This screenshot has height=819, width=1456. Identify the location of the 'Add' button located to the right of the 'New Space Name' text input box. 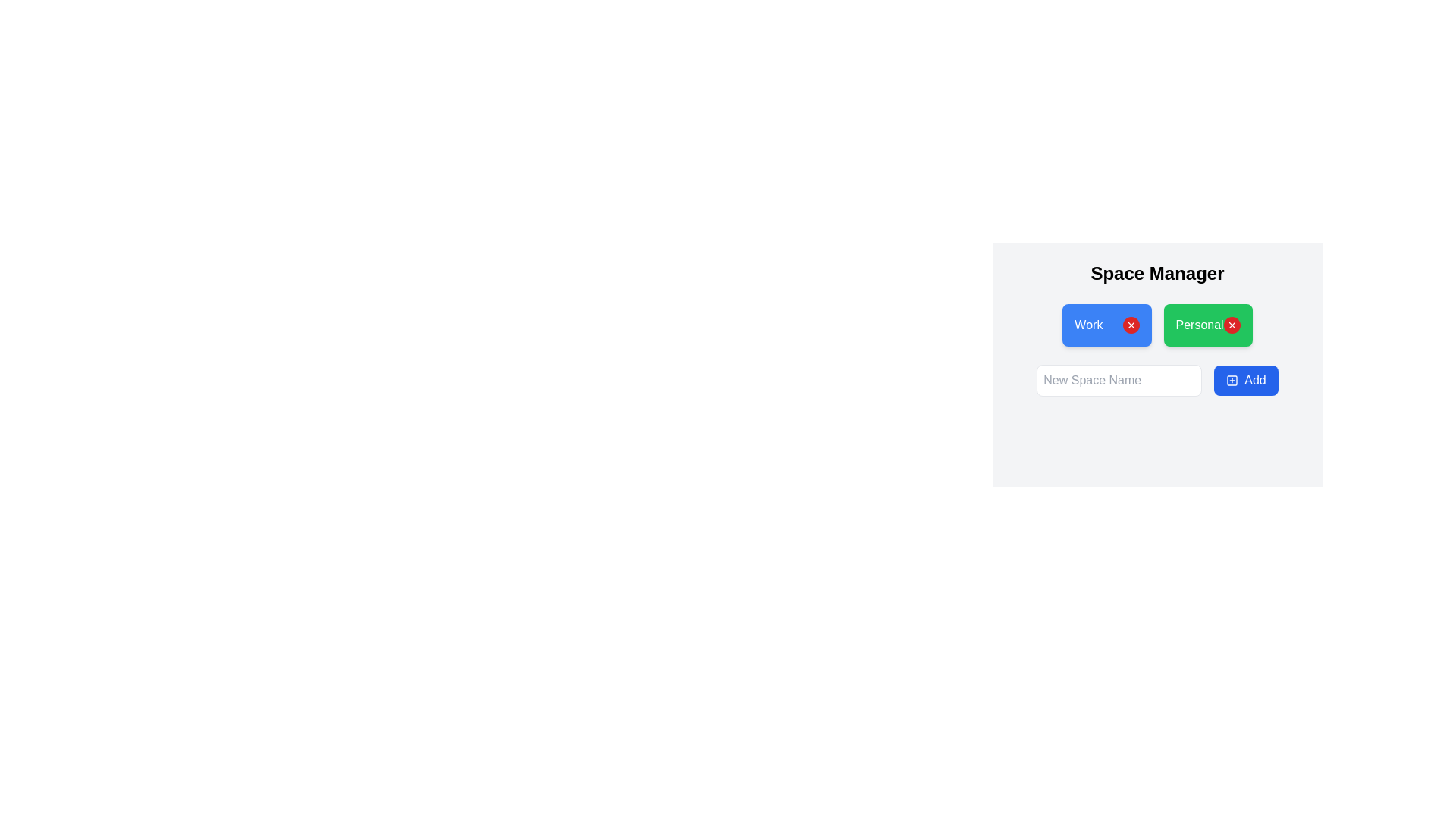
(1246, 379).